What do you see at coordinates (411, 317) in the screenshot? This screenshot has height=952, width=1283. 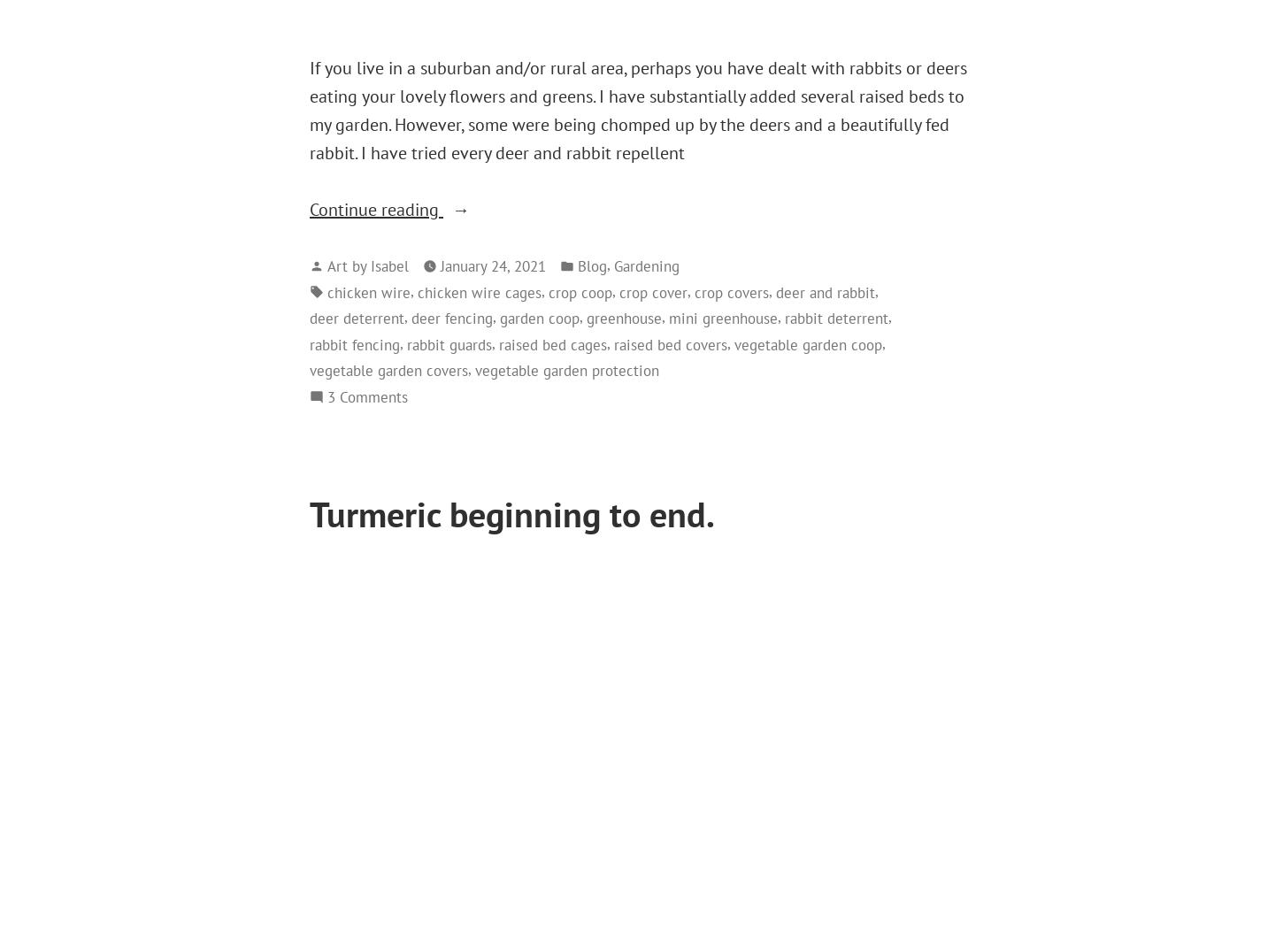 I see `'deer fencing'` at bounding box center [411, 317].